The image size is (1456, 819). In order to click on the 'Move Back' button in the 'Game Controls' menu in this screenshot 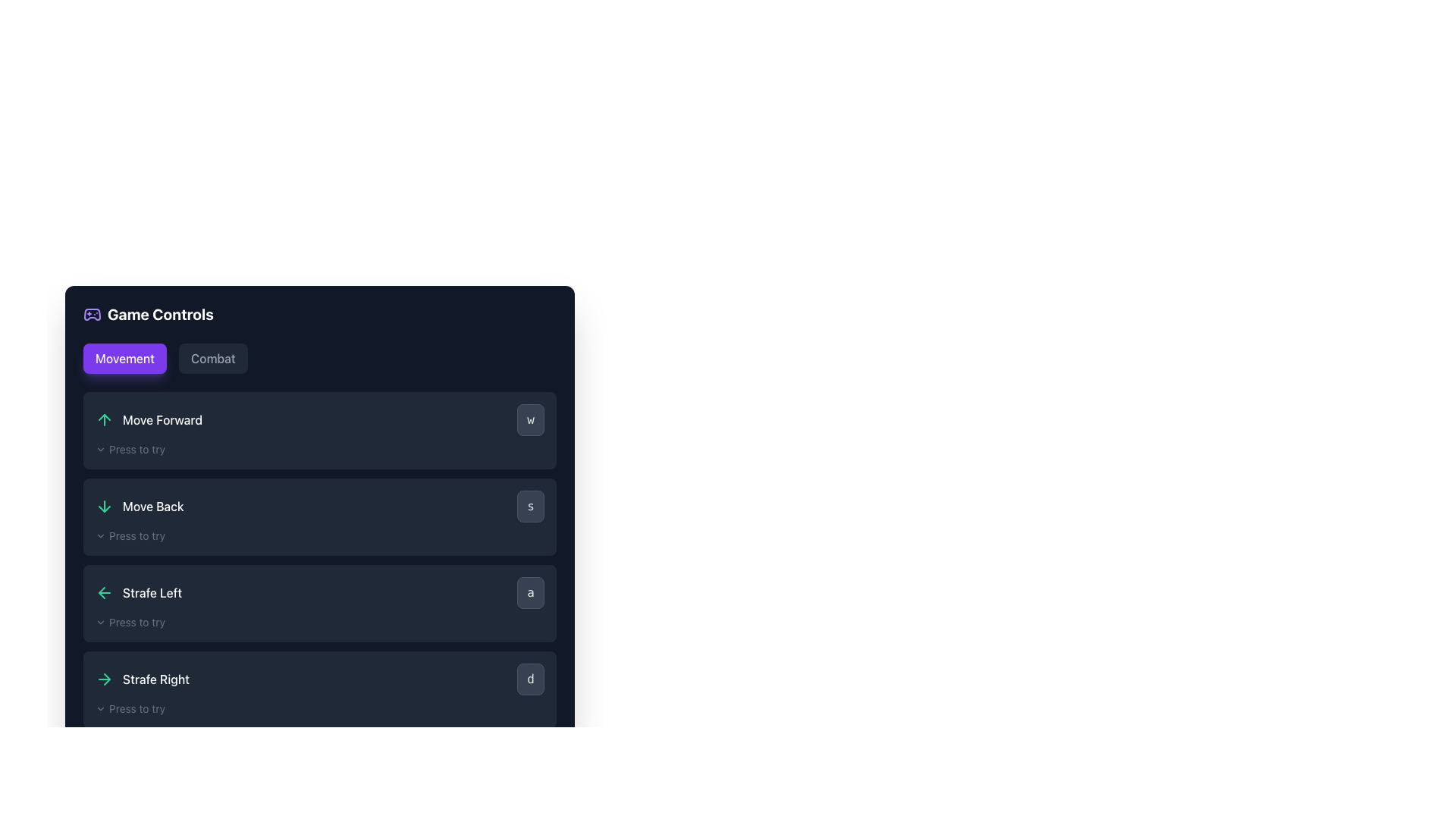, I will do `click(319, 506)`.